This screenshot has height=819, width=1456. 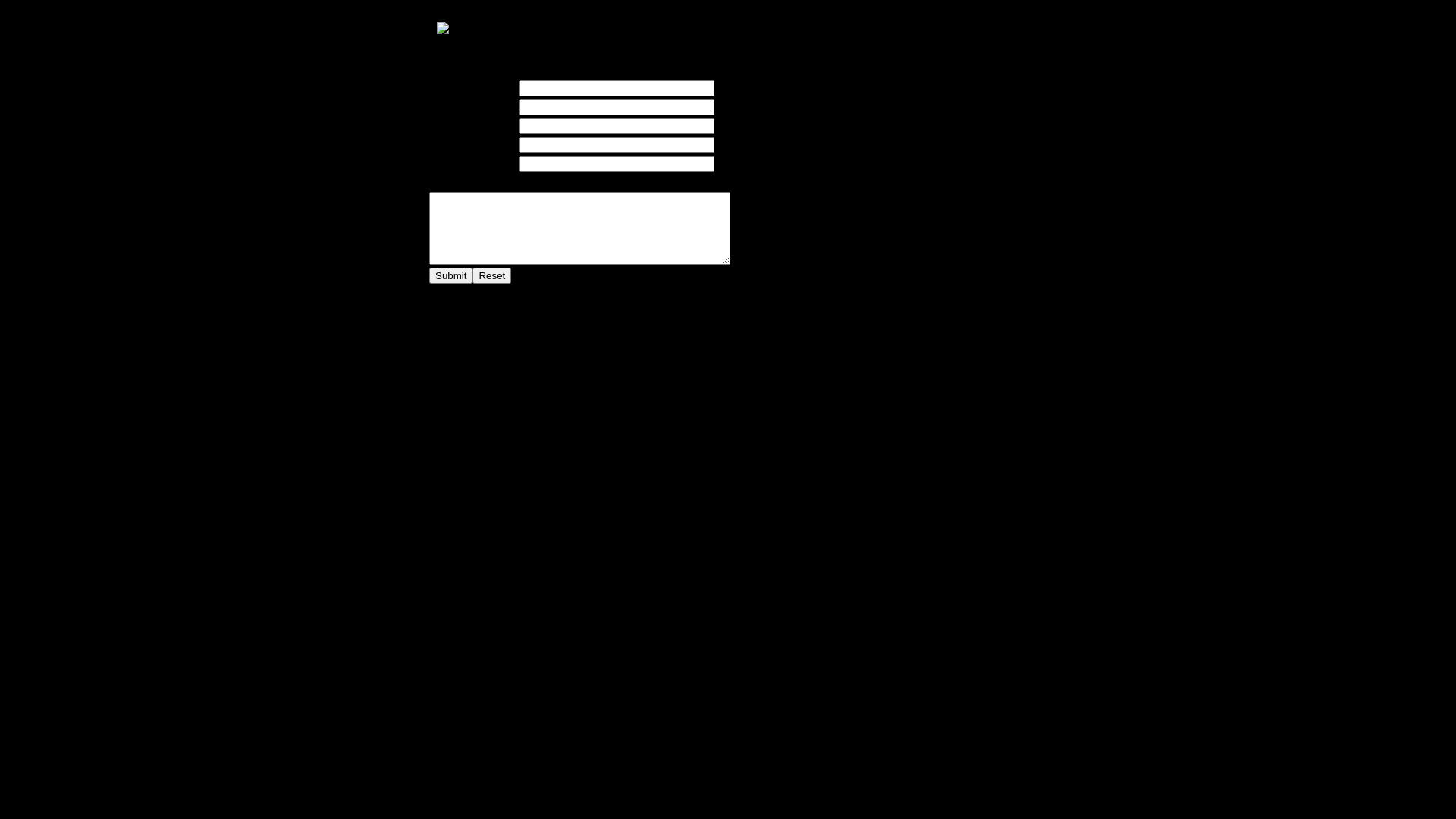 What do you see at coordinates (450, 275) in the screenshot?
I see `'Submit'` at bounding box center [450, 275].